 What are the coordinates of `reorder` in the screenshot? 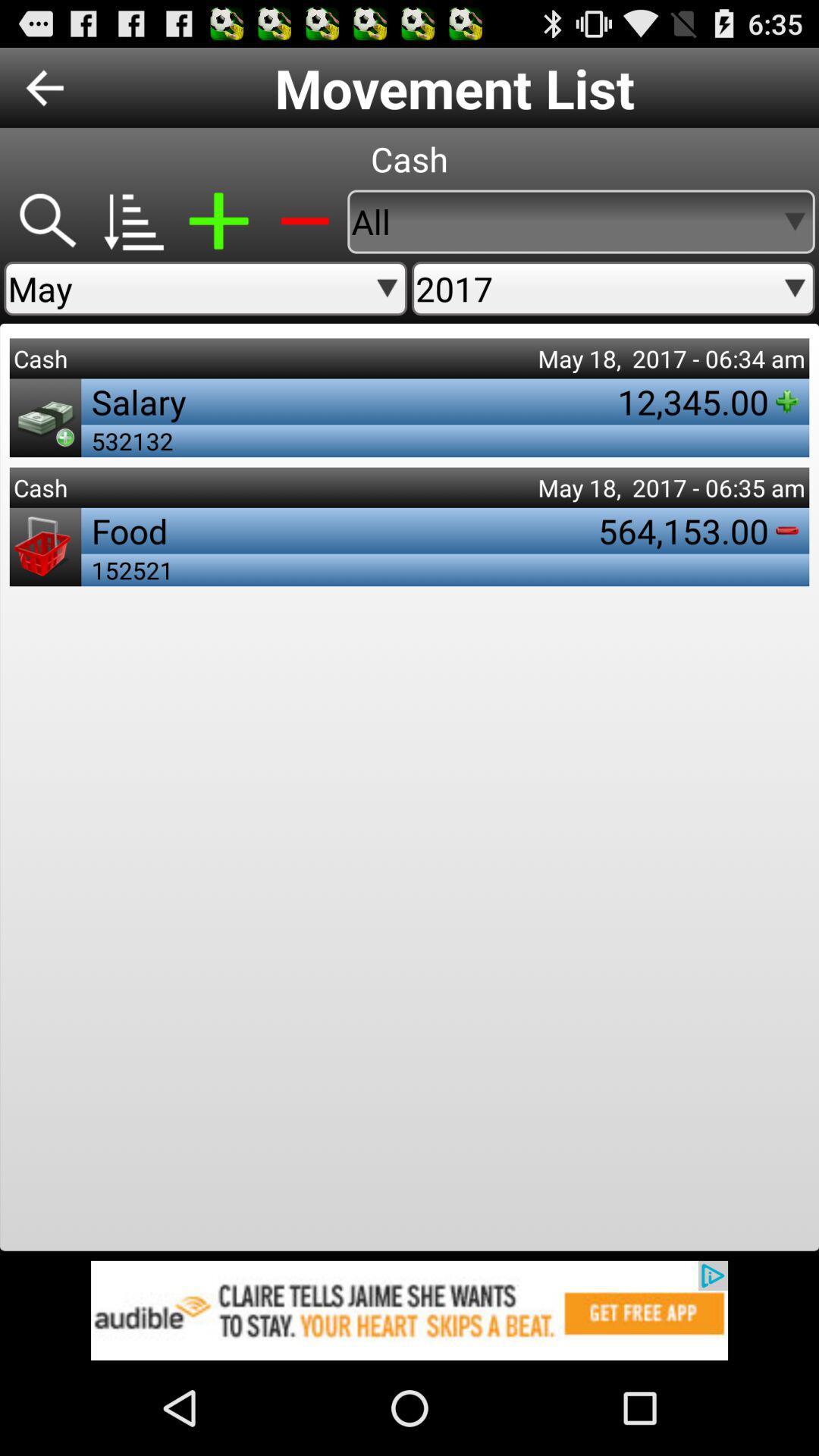 It's located at (132, 221).